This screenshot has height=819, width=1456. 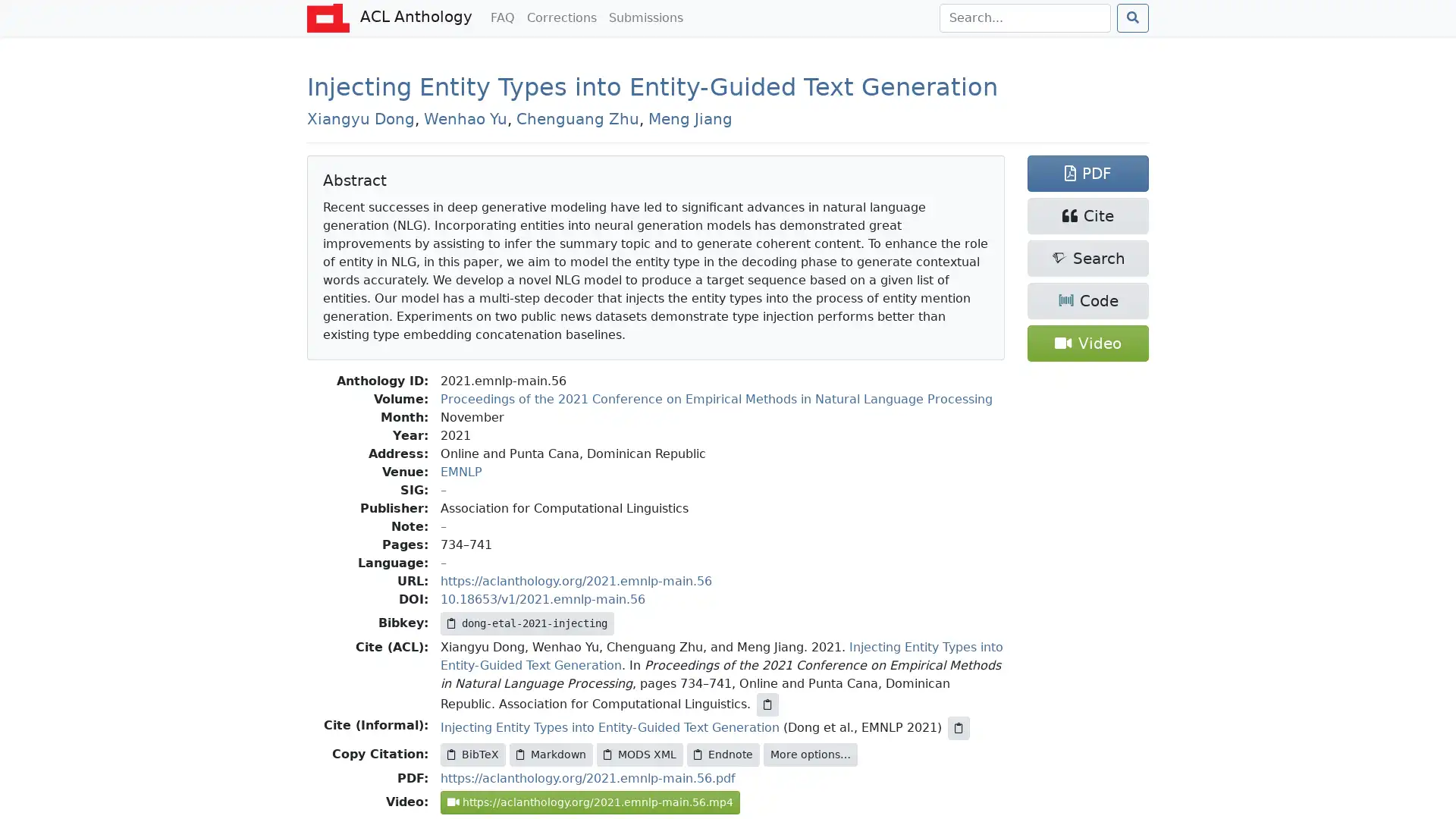 I want to click on dong-etal-2021-injecting, so click(x=527, y=623).